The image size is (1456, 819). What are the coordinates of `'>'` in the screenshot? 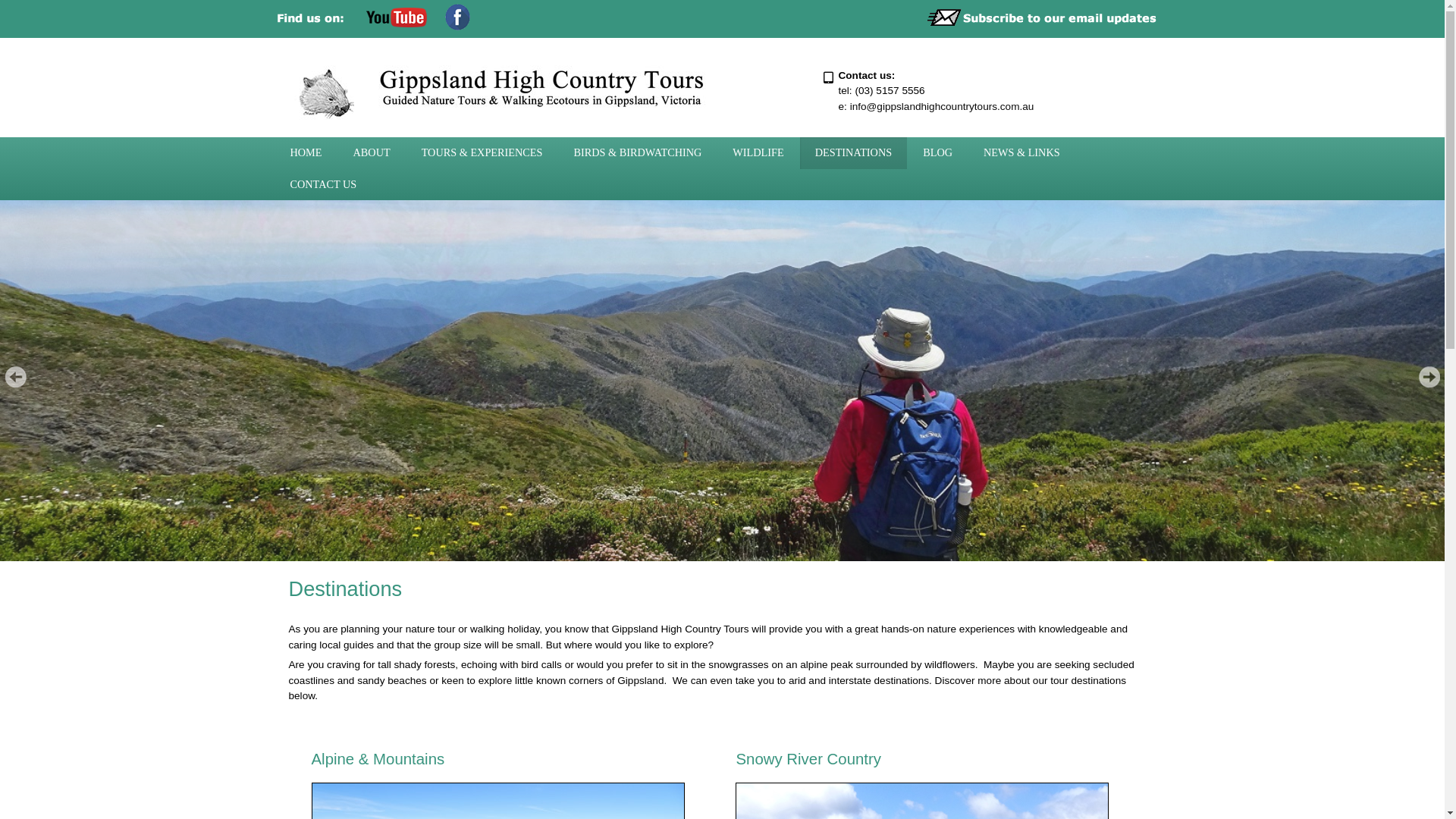 It's located at (1417, 376).